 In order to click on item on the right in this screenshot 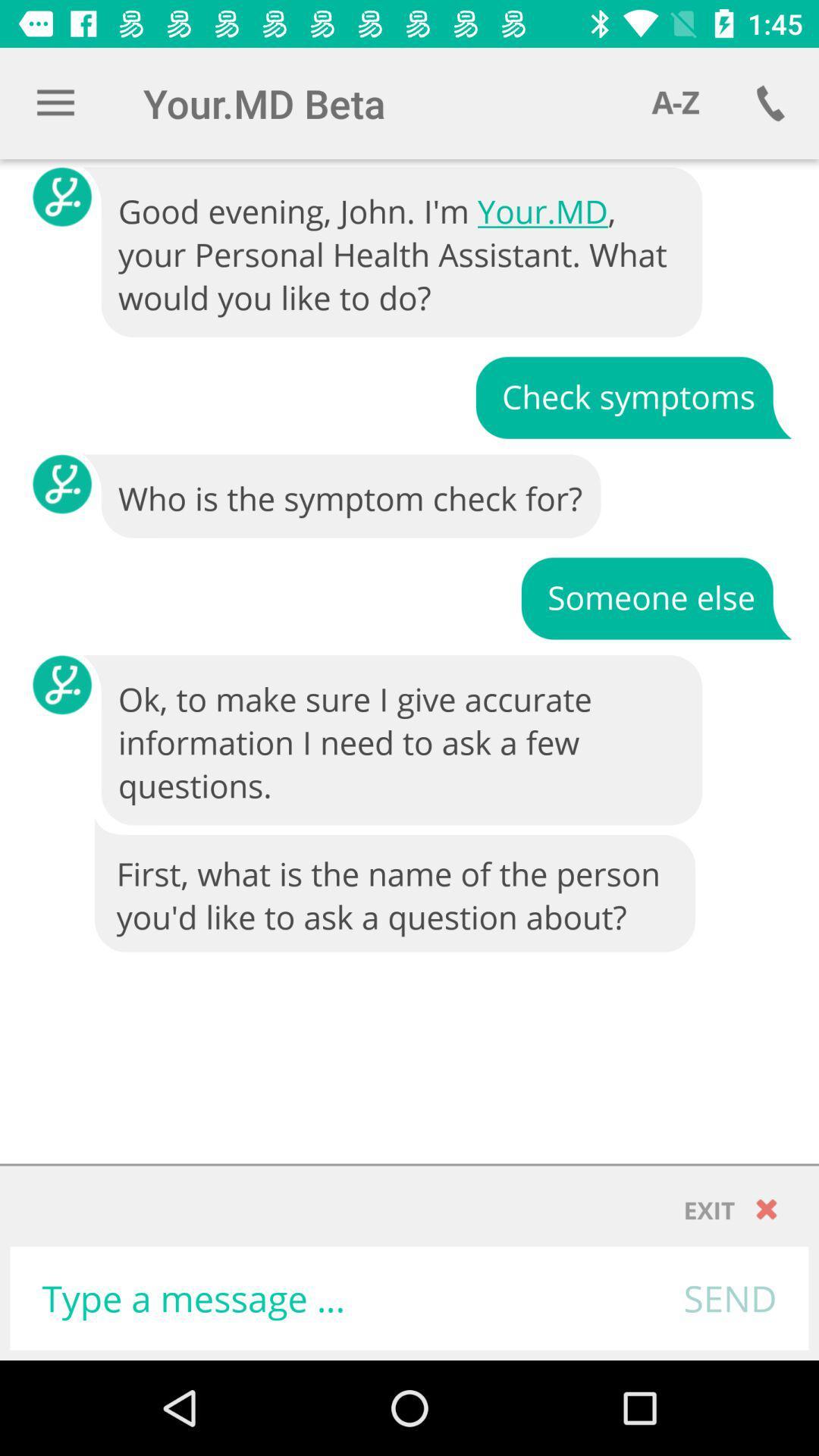, I will do `click(655, 596)`.